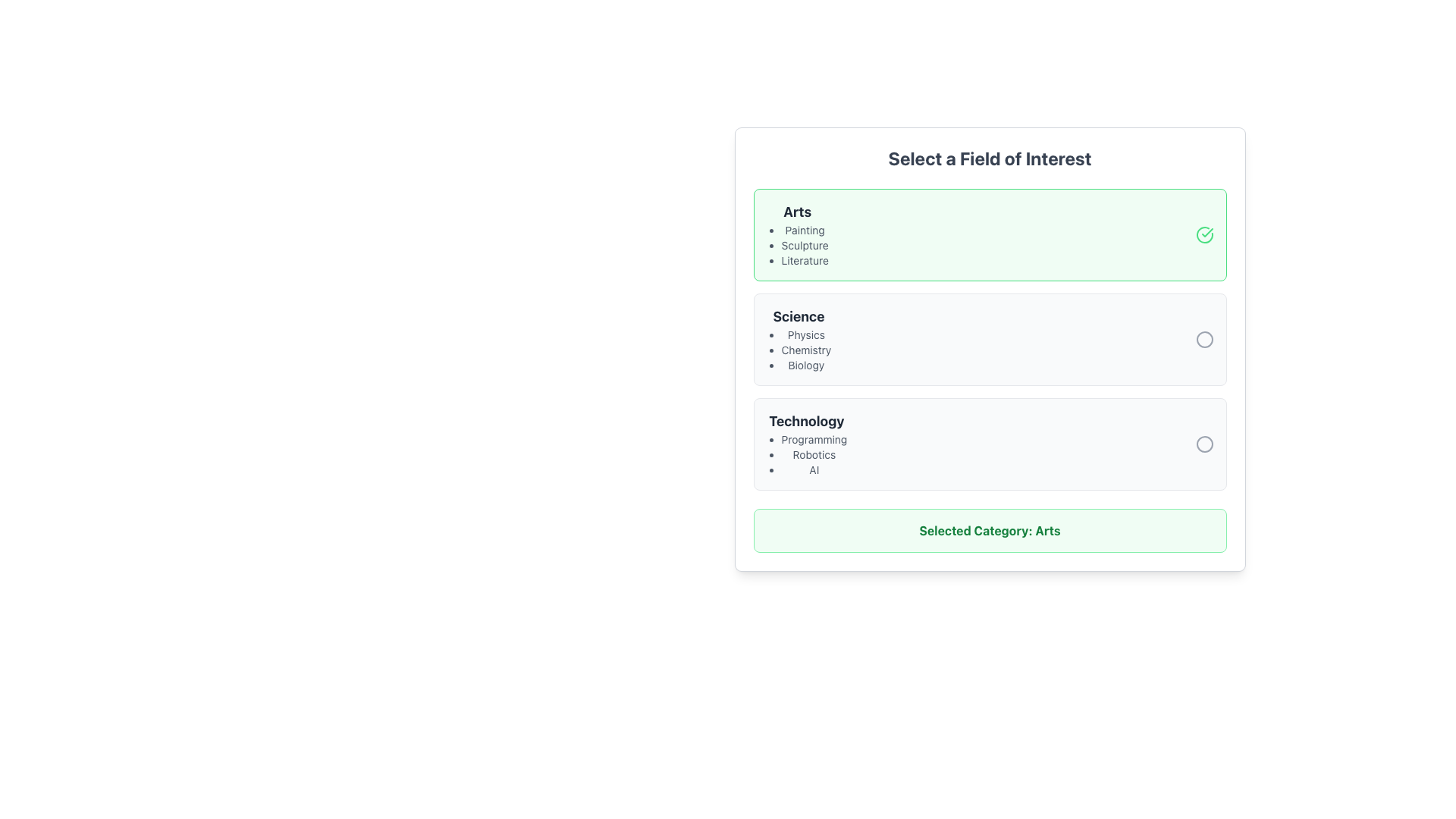 Image resolution: width=1456 pixels, height=819 pixels. Describe the element at coordinates (1203, 444) in the screenshot. I see `the SVG Circle located next to the 'Technology' label in the selection menu` at that location.